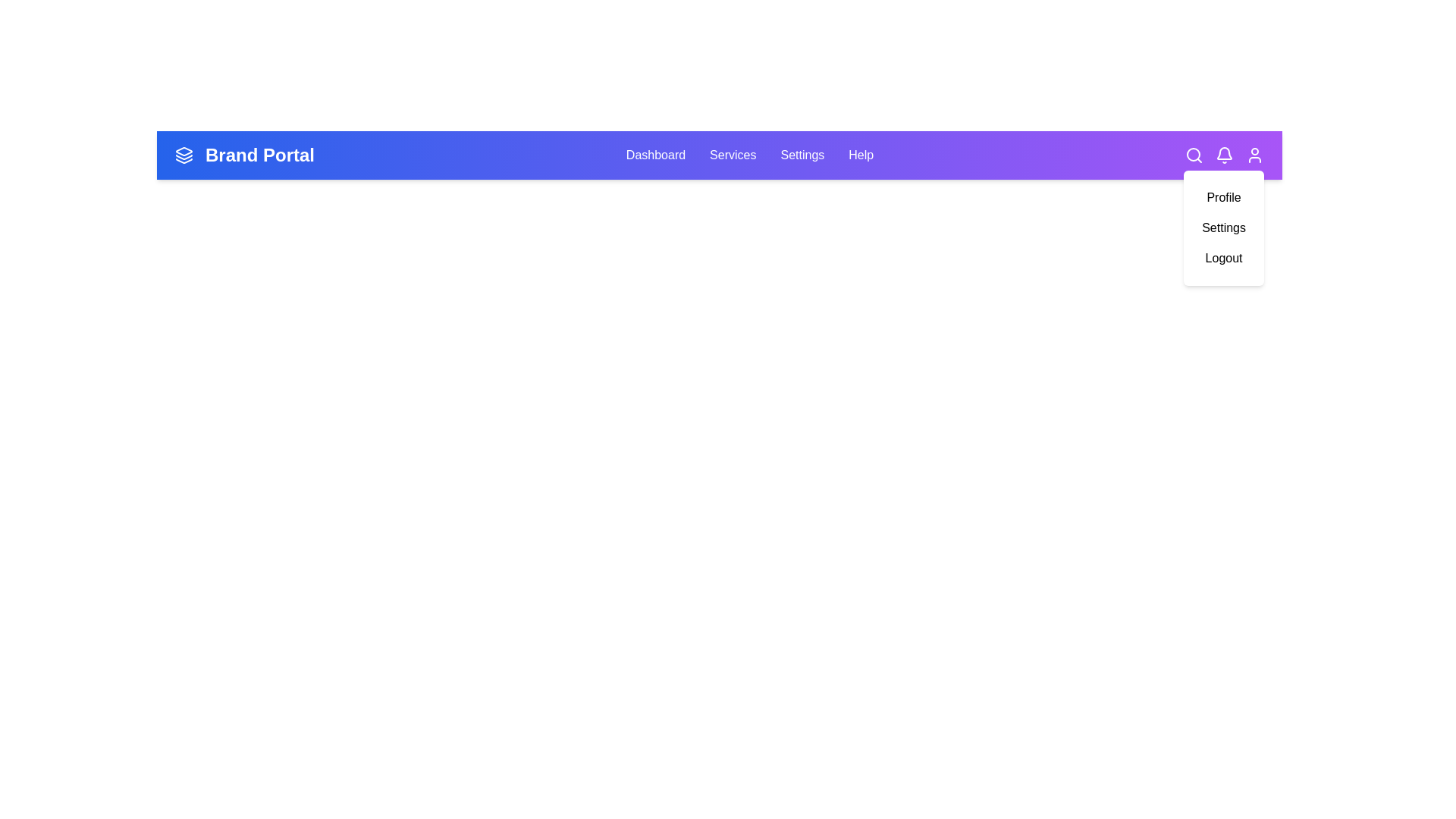 The image size is (1456, 819). I want to click on the first item in the dropdown menu below the user icon in the top-right corner, so click(1224, 197).